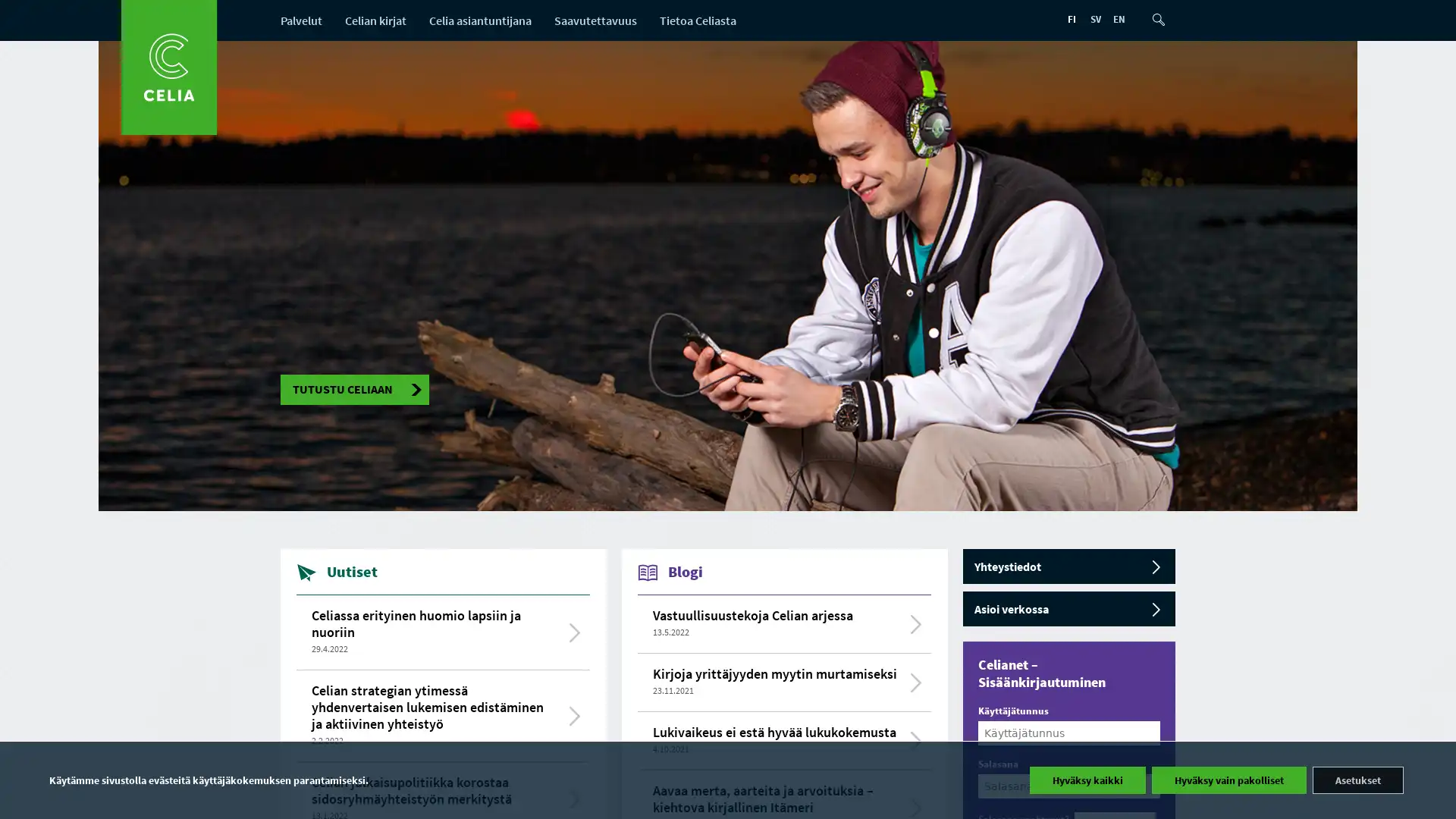 The image size is (1456, 819). What do you see at coordinates (1229, 780) in the screenshot?
I see `Hyvaksy vain pakolliset` at bounding box center [1229, 780].